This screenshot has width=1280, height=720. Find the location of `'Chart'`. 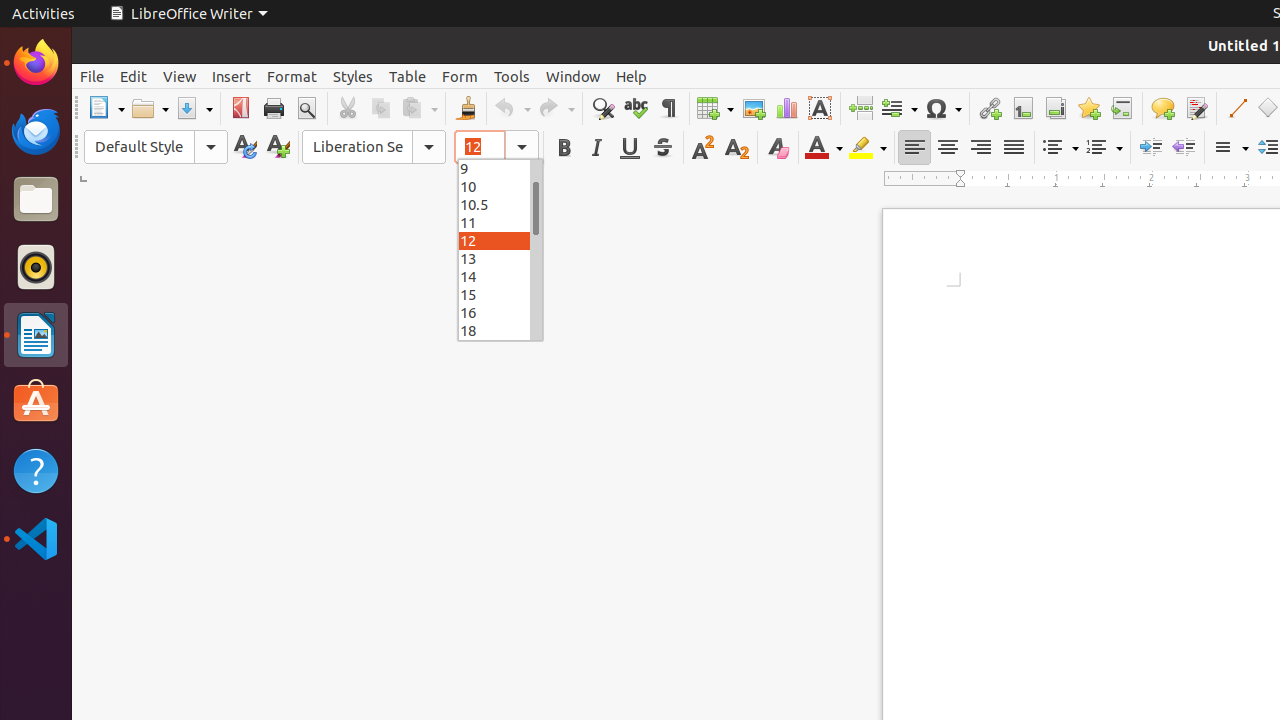

'Chart' is located at coordinates (785, 108).